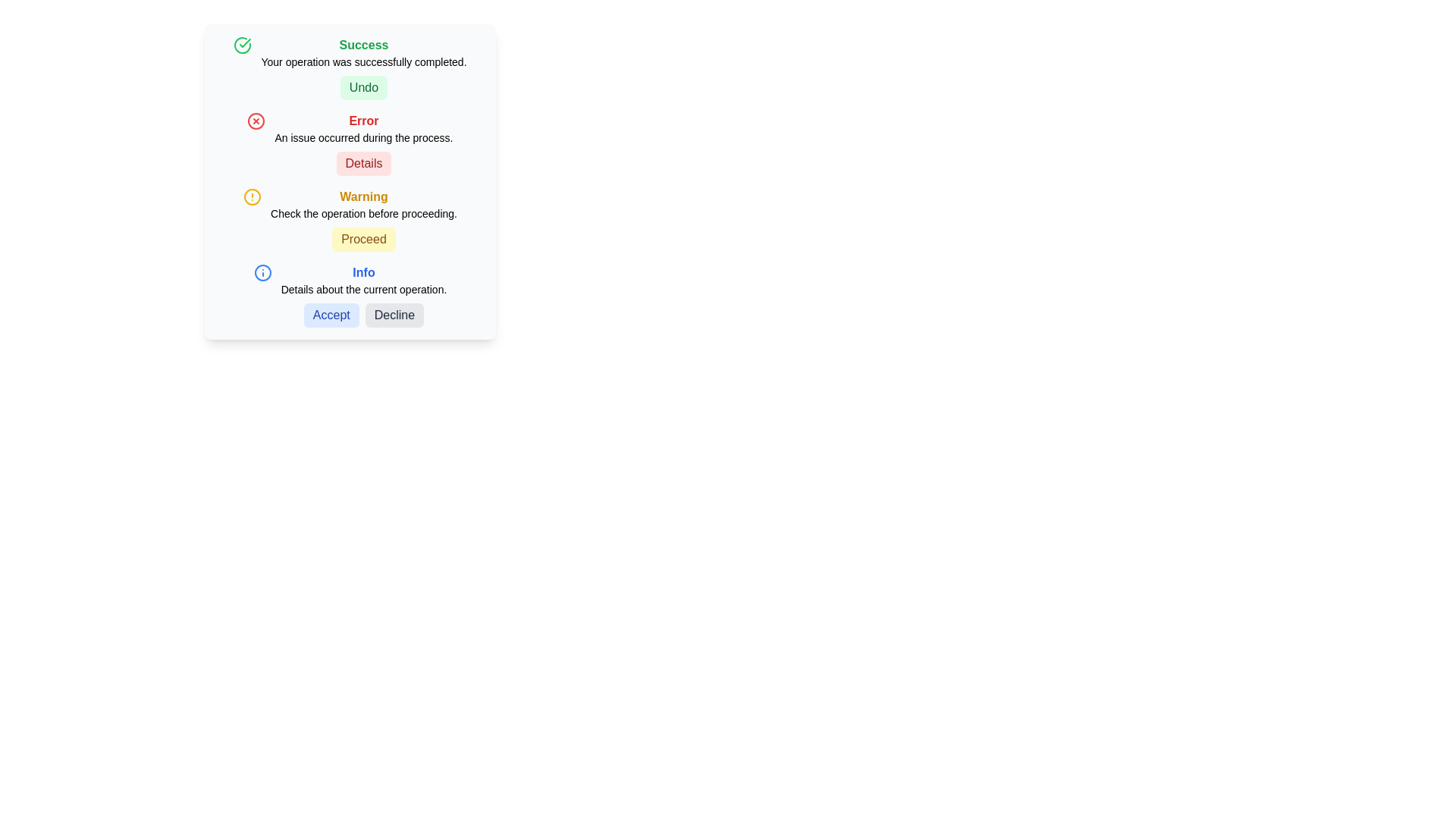 The image size is (1456, 819). Describe the element at coordinates (262, 271) in the screenshot. I see `the outermost circular outline of the informational icon located at the bottom of the panel, which indicates attention or provides additional context to the user` at that location.